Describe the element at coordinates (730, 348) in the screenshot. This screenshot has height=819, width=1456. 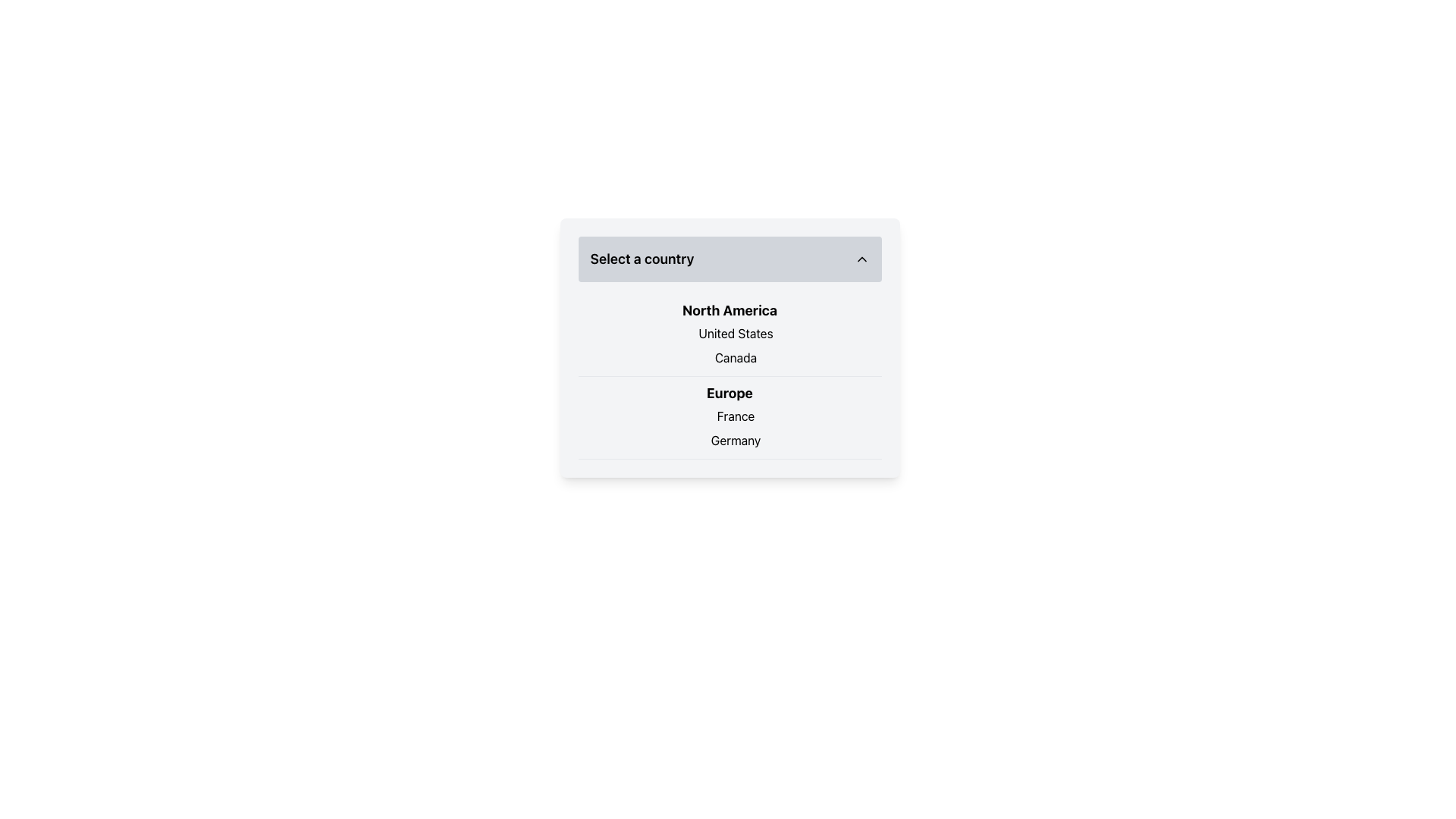
I see `the header 'Select a country' of the dropdown menu` at that location.